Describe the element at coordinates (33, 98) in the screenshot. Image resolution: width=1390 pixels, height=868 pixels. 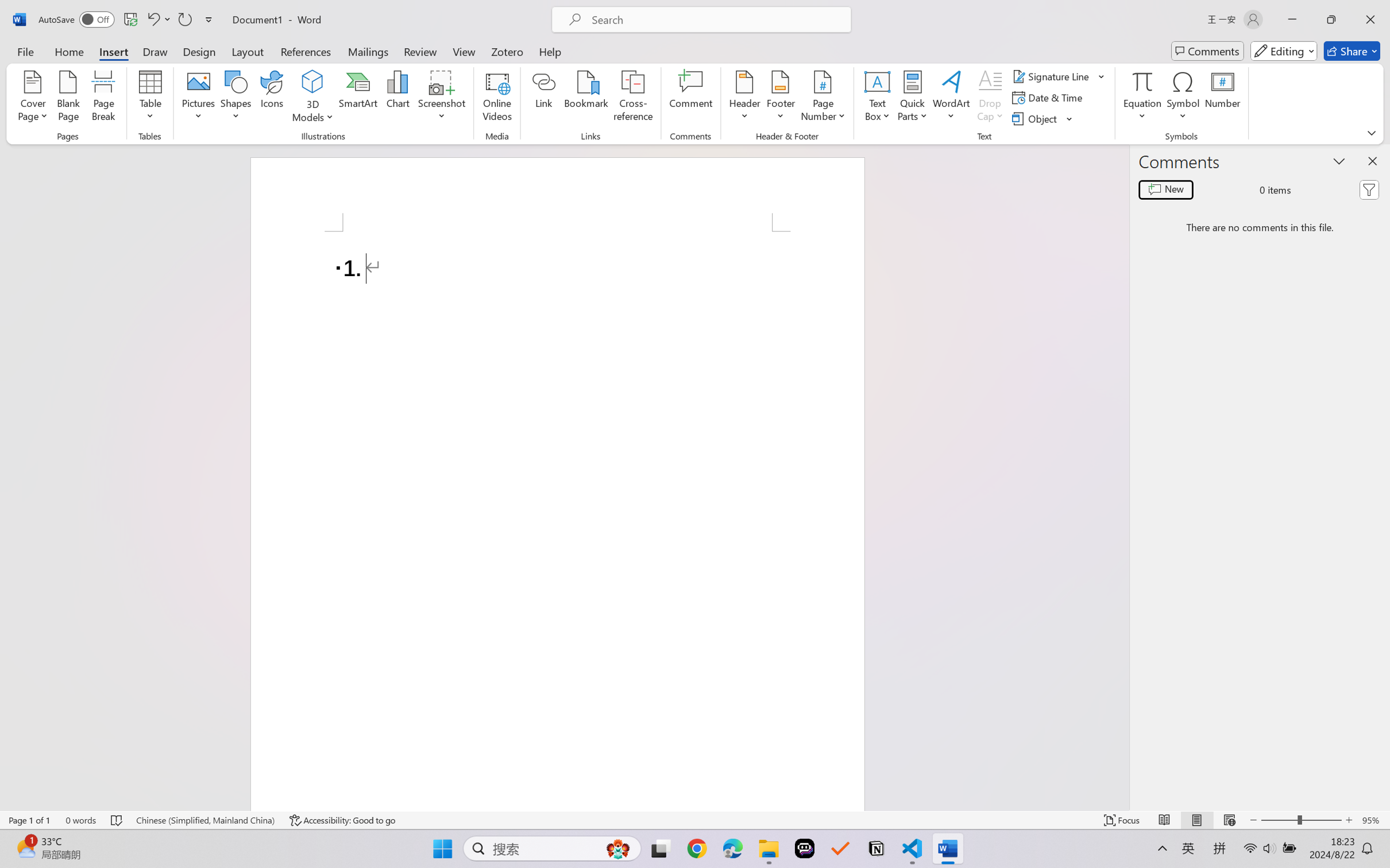
I see `'Cover Page'` at that location.